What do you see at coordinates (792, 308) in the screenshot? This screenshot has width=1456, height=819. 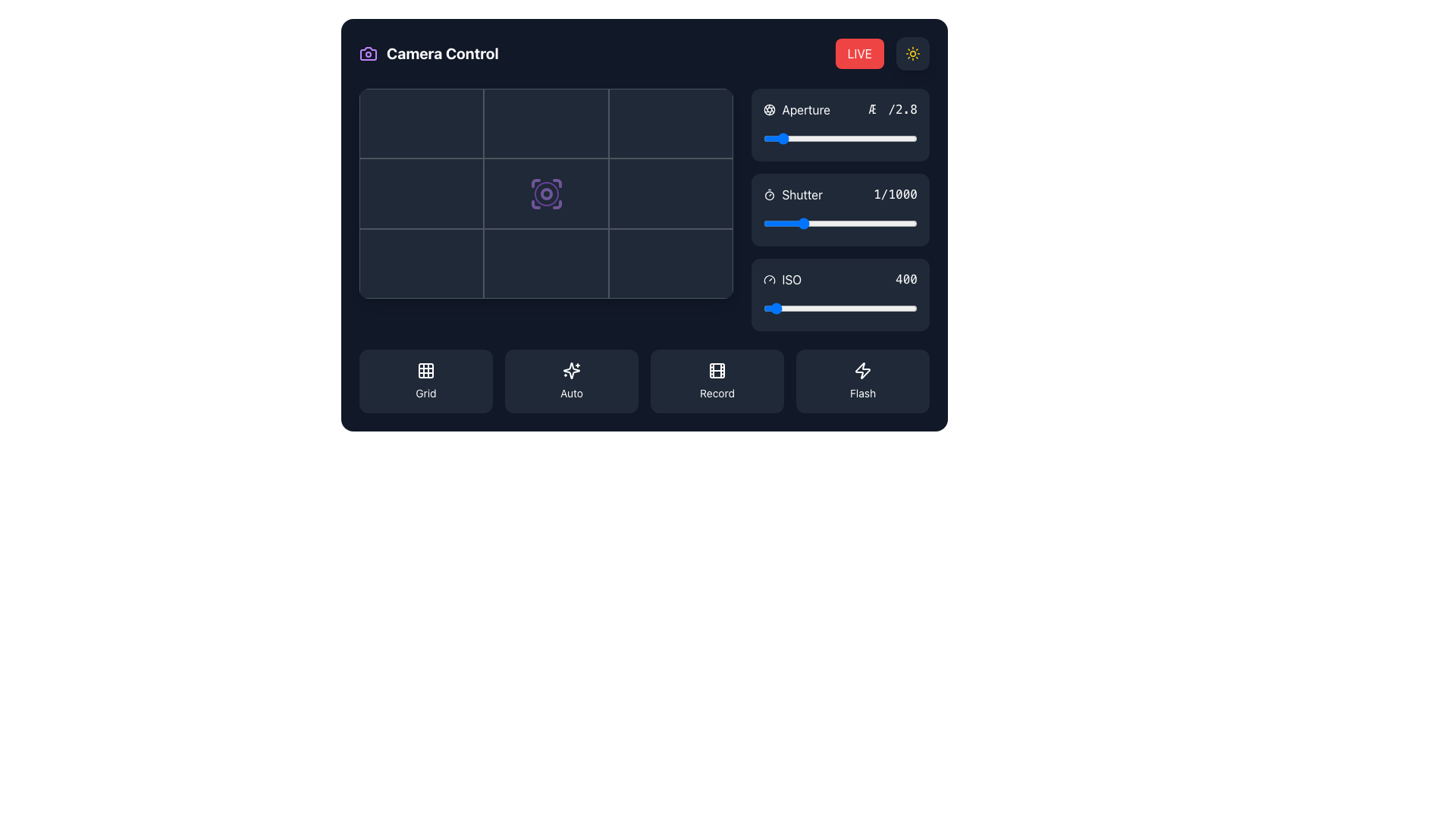 I see `ISO value` at bounding box center [792, 308].